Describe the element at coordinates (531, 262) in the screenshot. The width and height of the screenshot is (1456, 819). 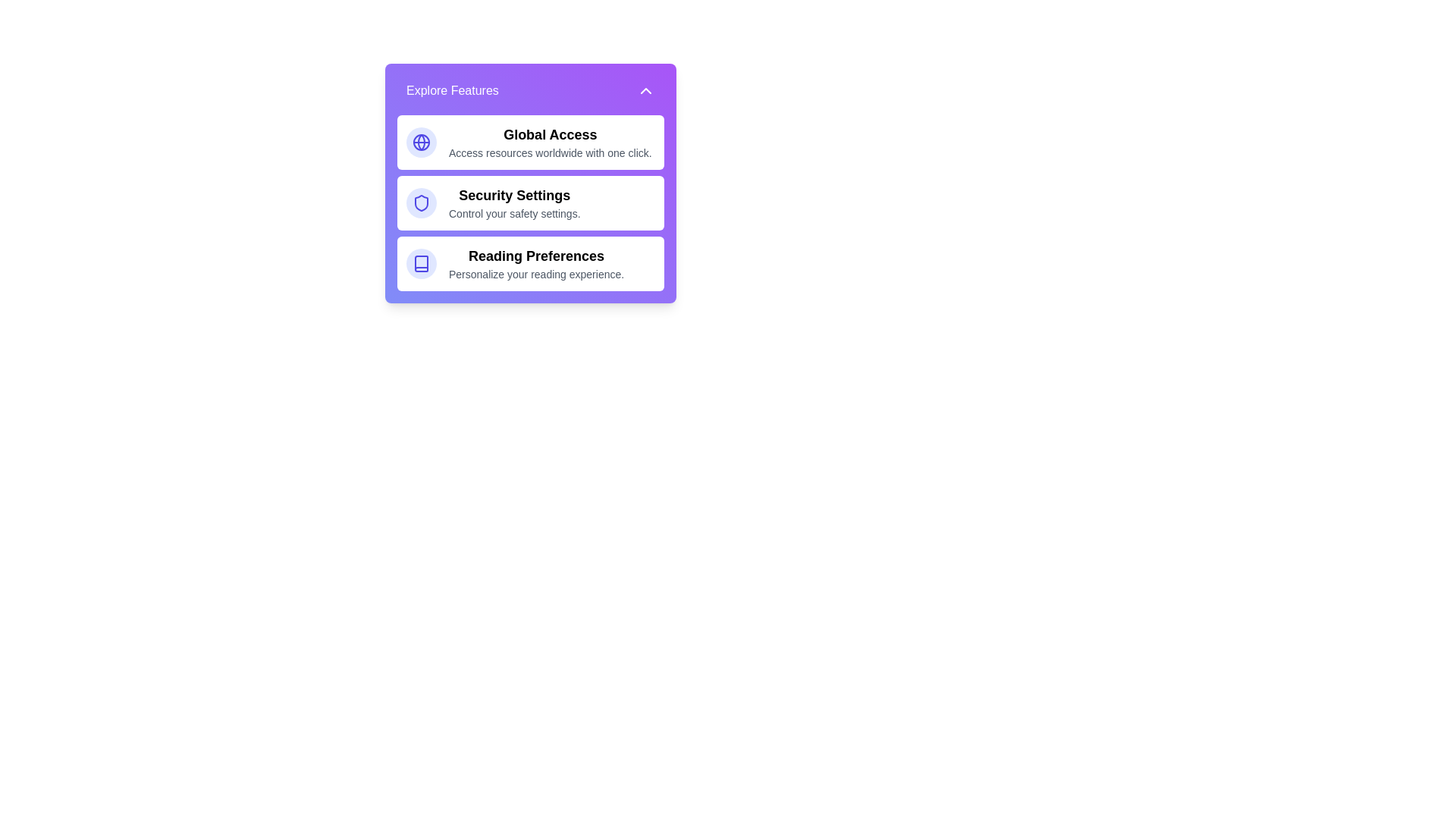
I see `the third Card UI element in the vertical list that allows users to personalize their reading preferences` at that location.